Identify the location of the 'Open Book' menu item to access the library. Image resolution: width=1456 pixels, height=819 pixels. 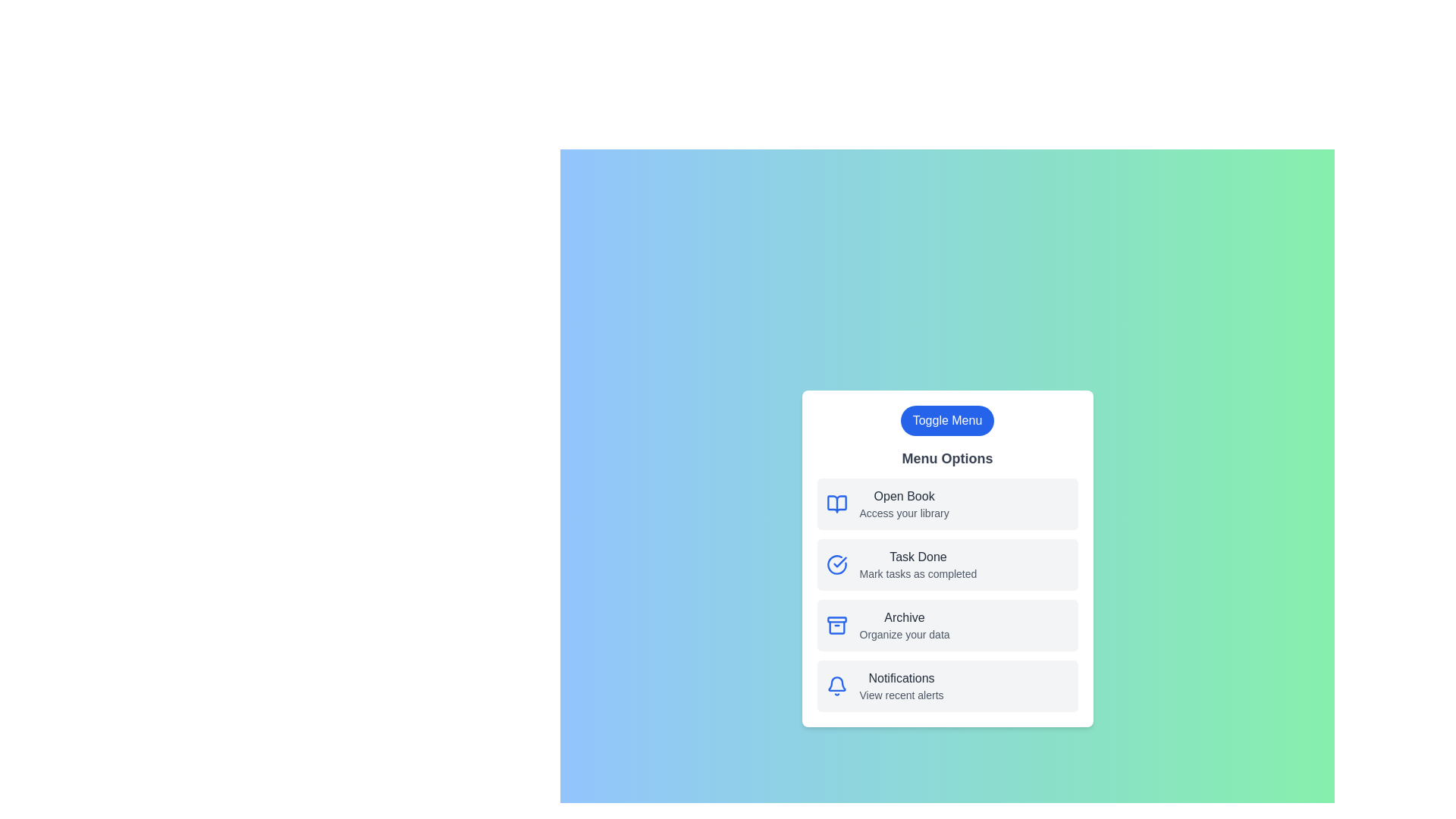
(946, 504).